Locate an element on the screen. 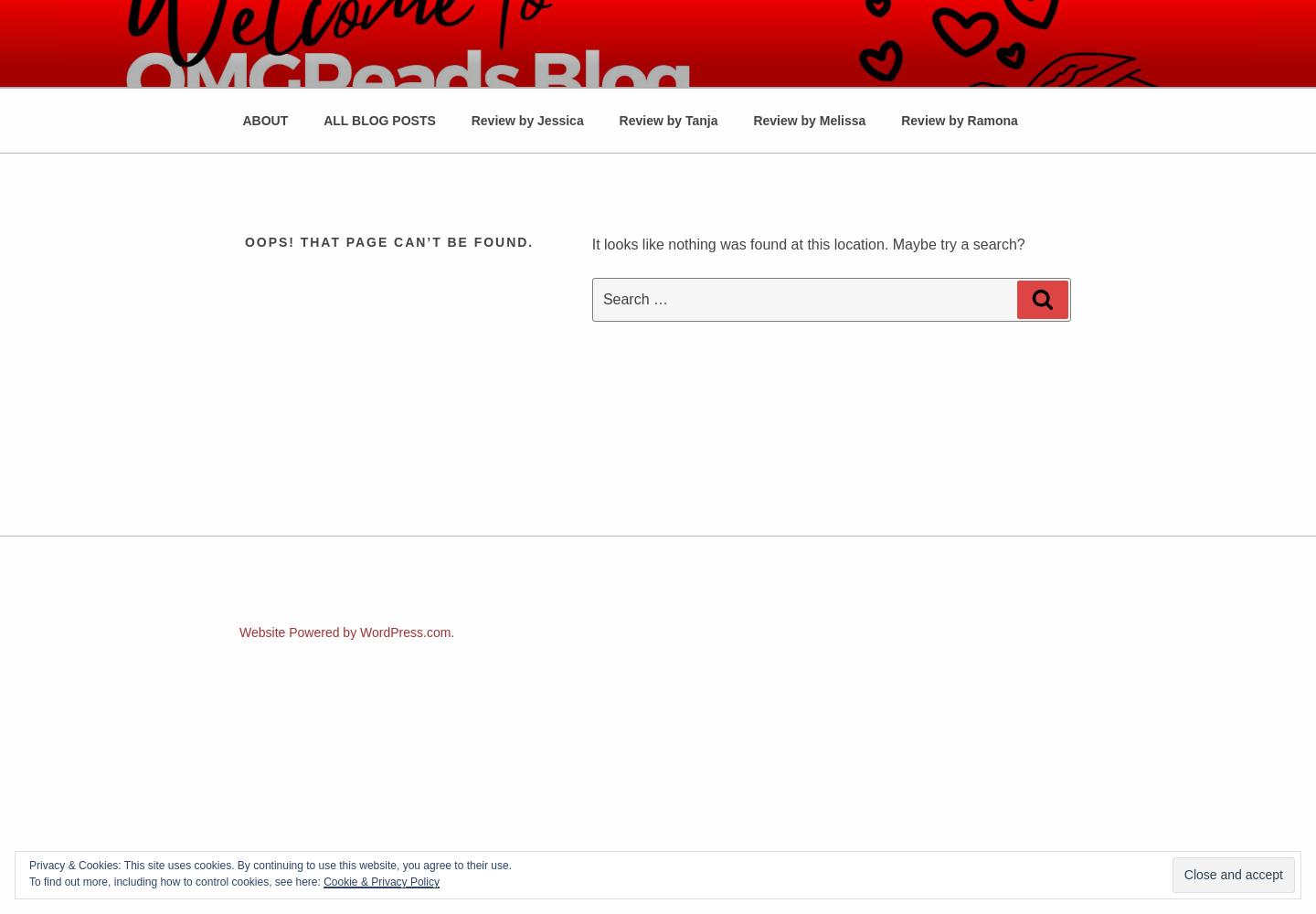 The image size is (1316, 914). 'ALL BLOG POSTS' is located at coordinates (378, 120).